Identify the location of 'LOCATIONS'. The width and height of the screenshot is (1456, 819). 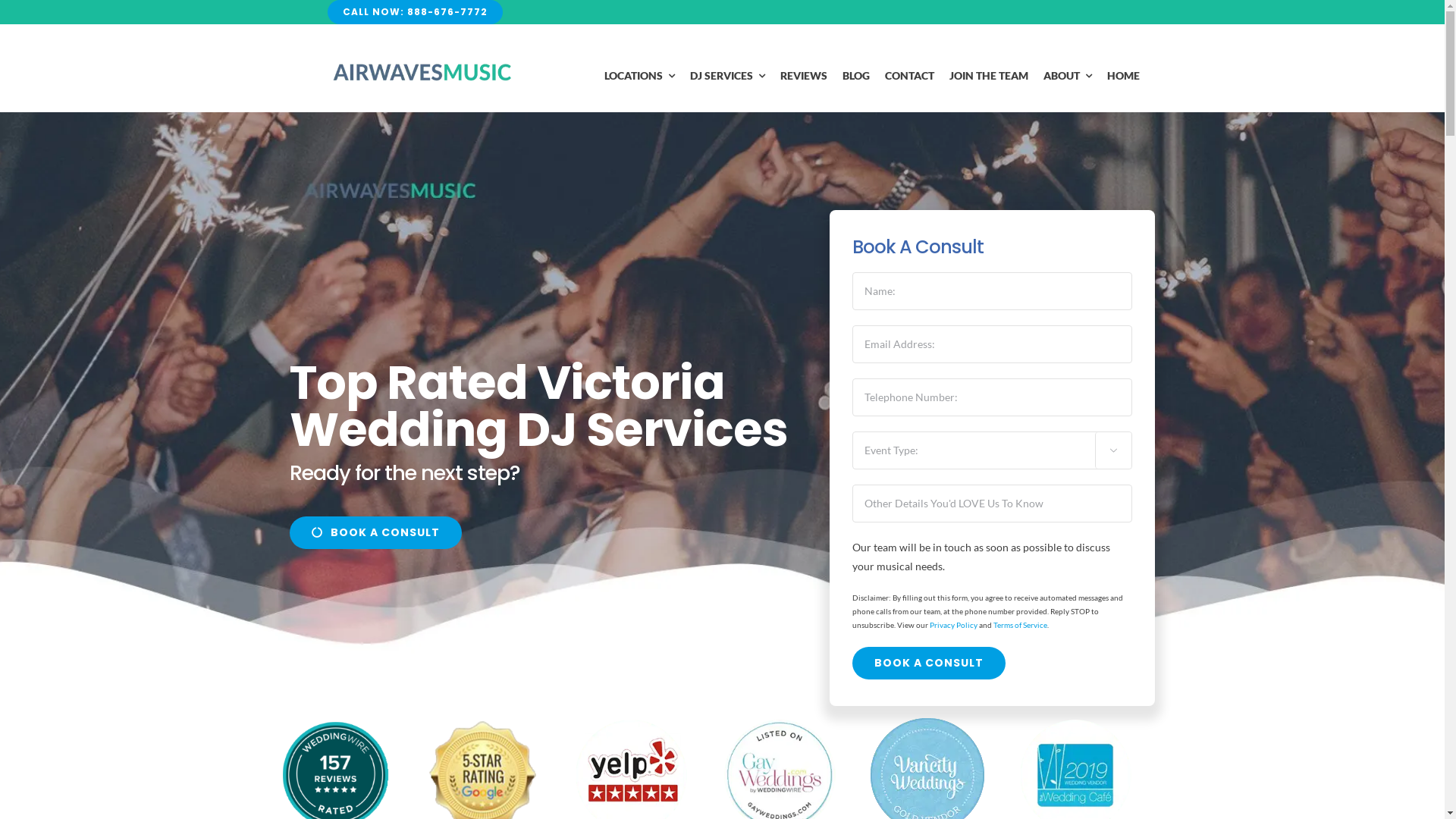
(639, 76).